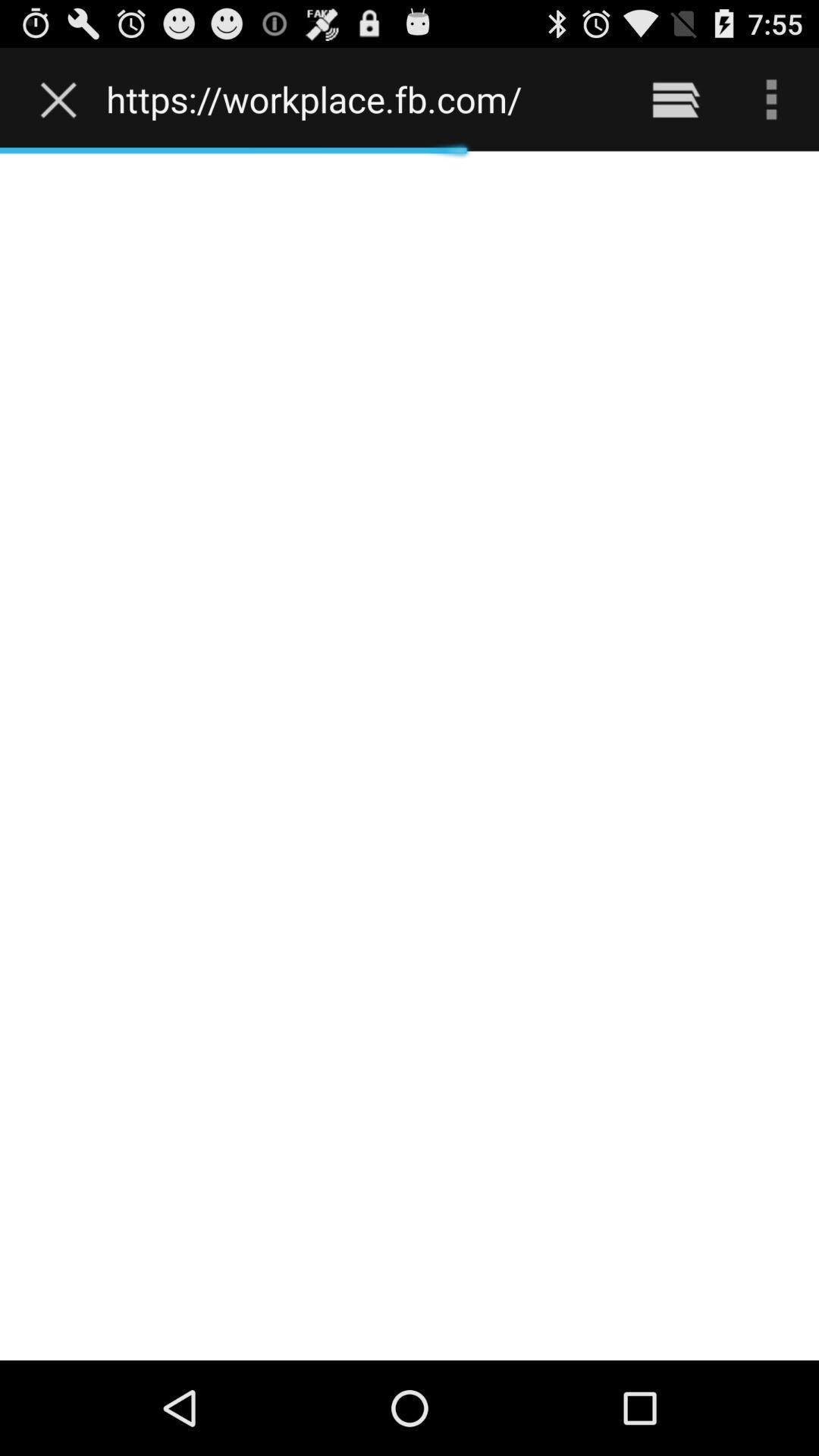 This screenshot has width=819, height=1456. I want to click on https workplace fb, so click(358, 99).